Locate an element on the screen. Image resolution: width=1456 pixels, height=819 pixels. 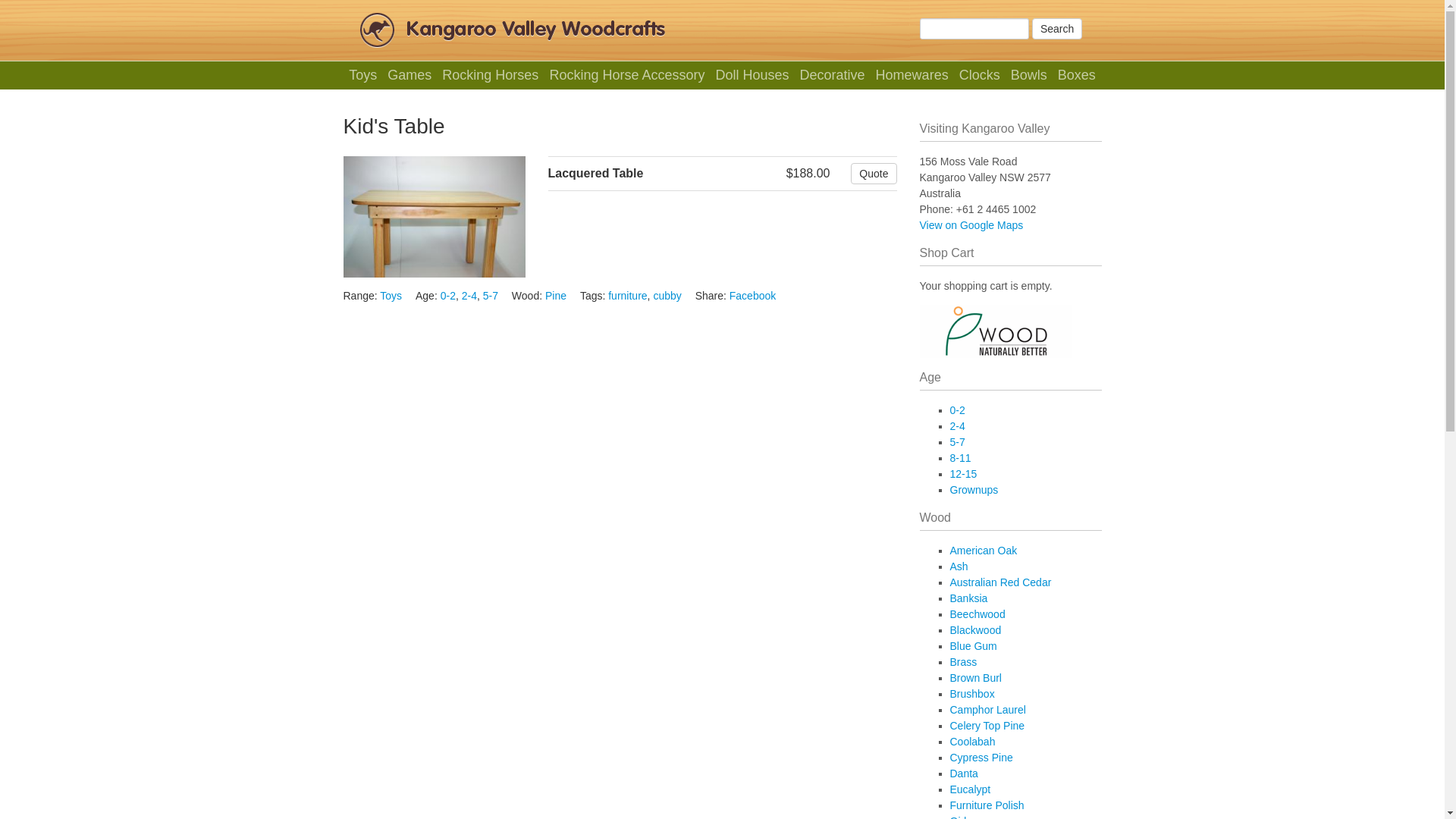
'Brass' is located at coordinates (962, 661).